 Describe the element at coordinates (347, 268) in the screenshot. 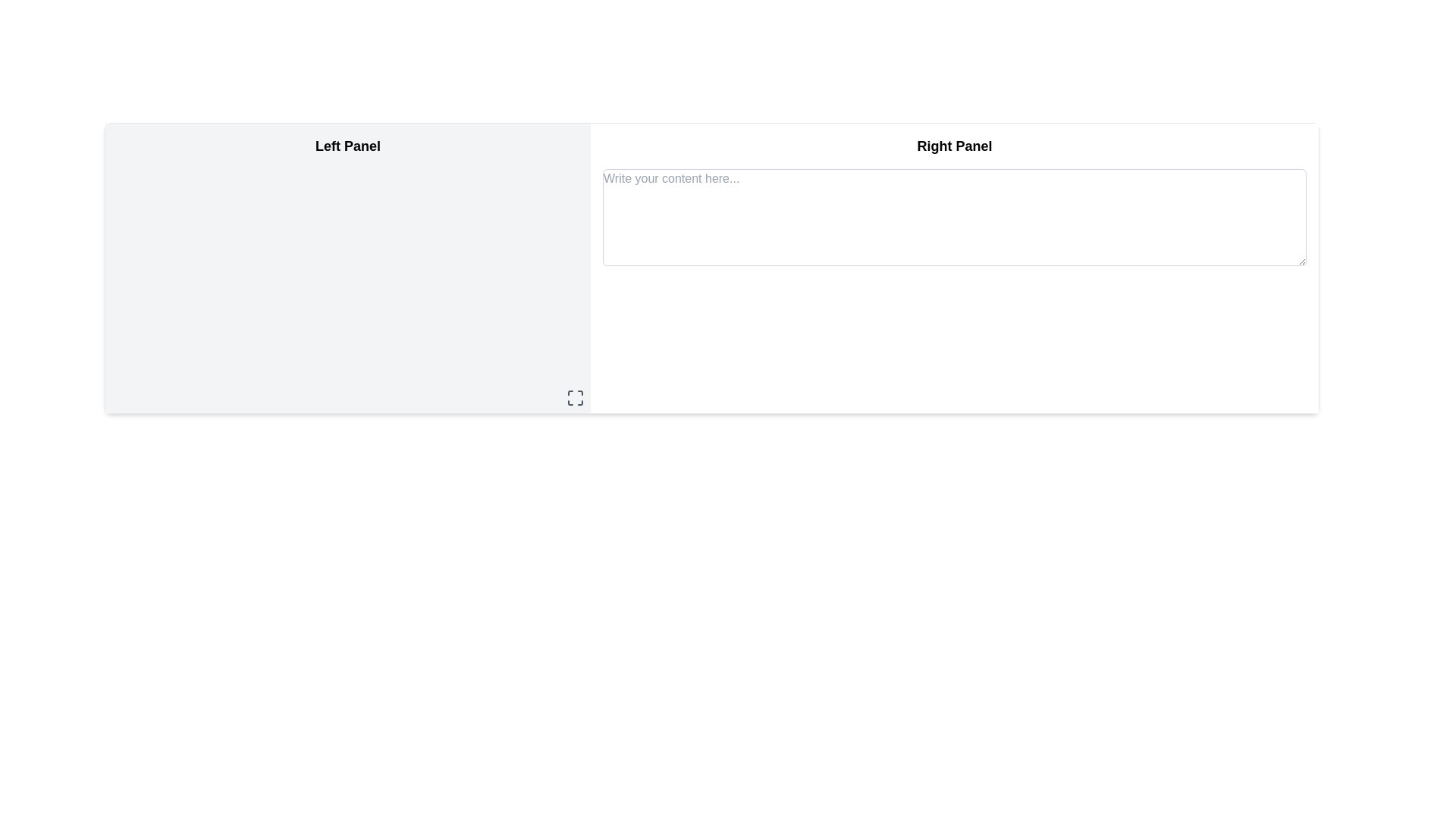

I see `the 'Left Panel' which has a light gray background and is positioned on the left side of a two-panel layout` at that location.